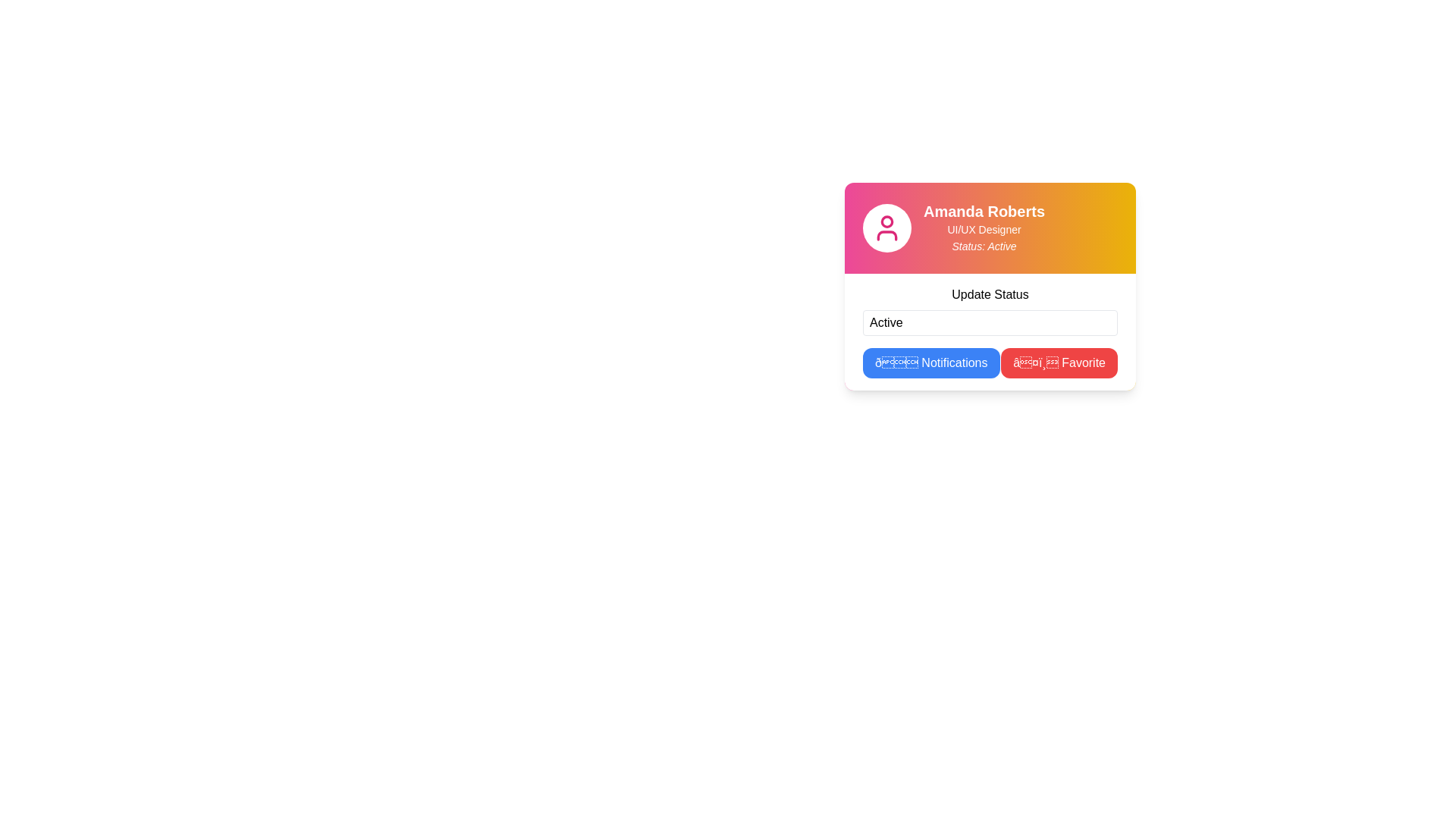 This screenshot has width=1456, height=819. I want to click on the curved line representing the bottom half of the person icon, which resembles the outline of shoulders and part of the body in the user profile visuals, so click(887, 236).